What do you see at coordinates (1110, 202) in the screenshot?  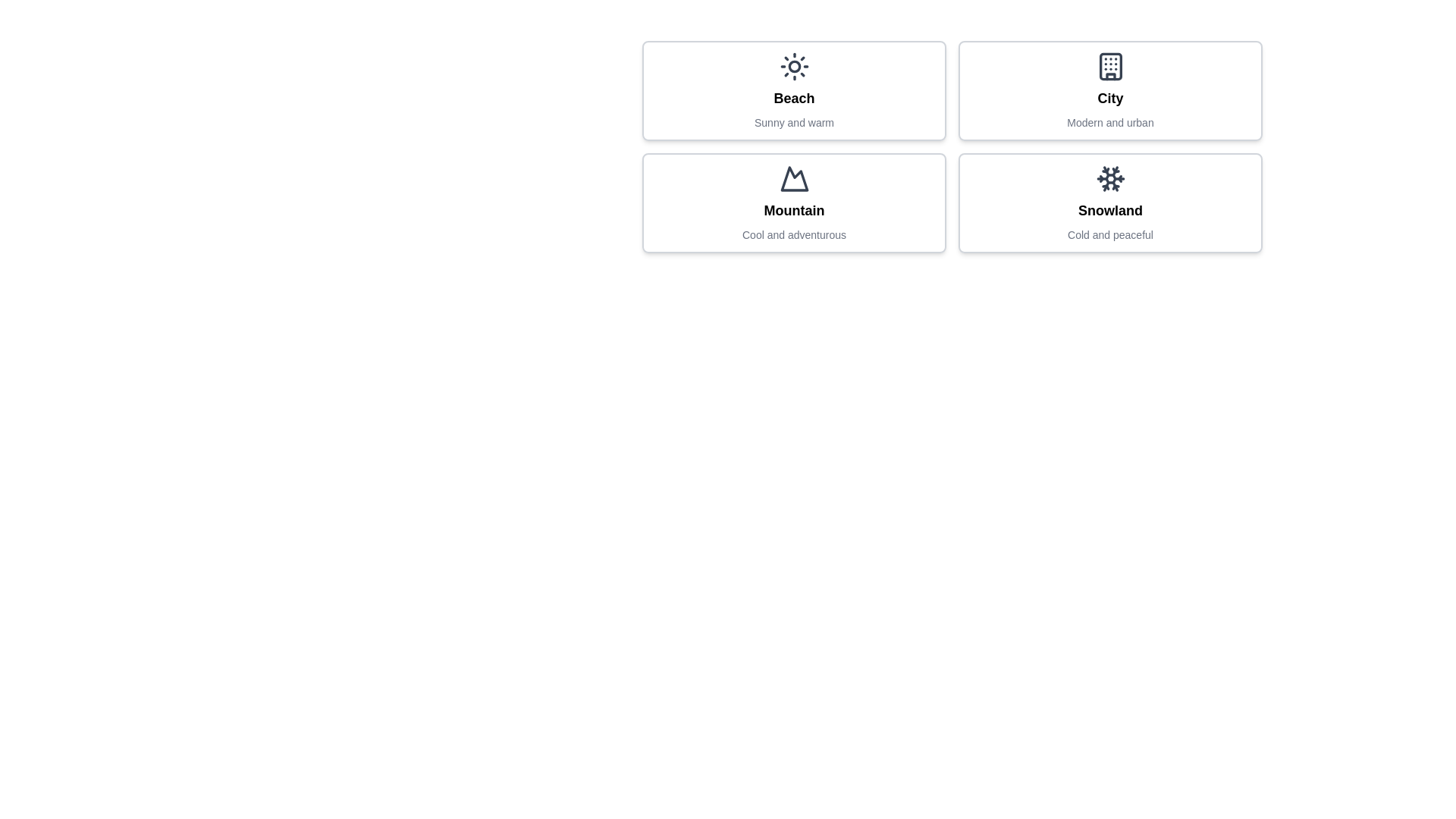 I see `the selectable card representing a snow-themed environment, located in the second row and second column of the grid layout, to the right of the 'Mountain' card` at bounding box center [1110, 202].